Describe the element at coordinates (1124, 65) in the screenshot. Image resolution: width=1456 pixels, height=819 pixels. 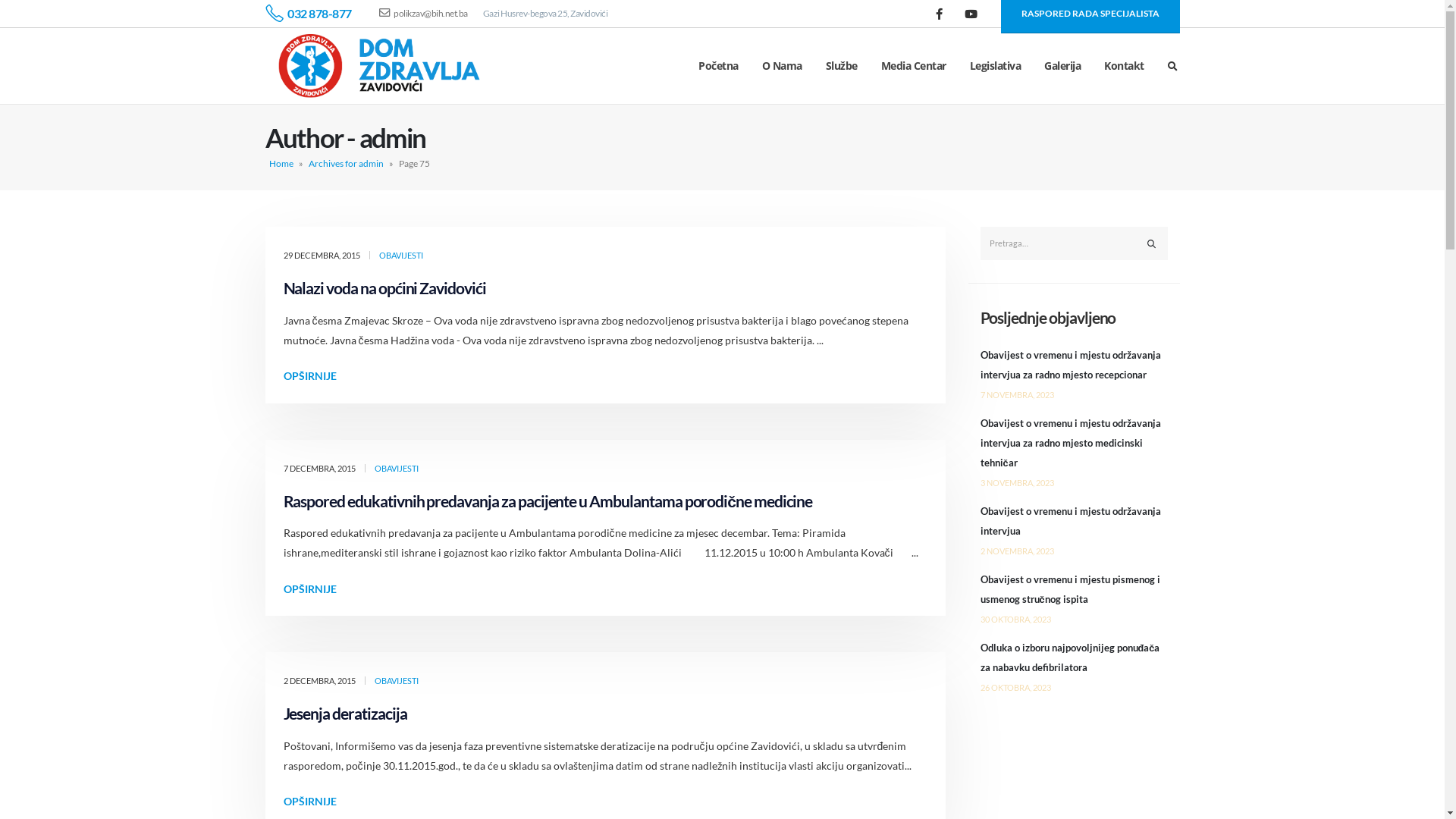
I see `'Kontakt'` at that location.